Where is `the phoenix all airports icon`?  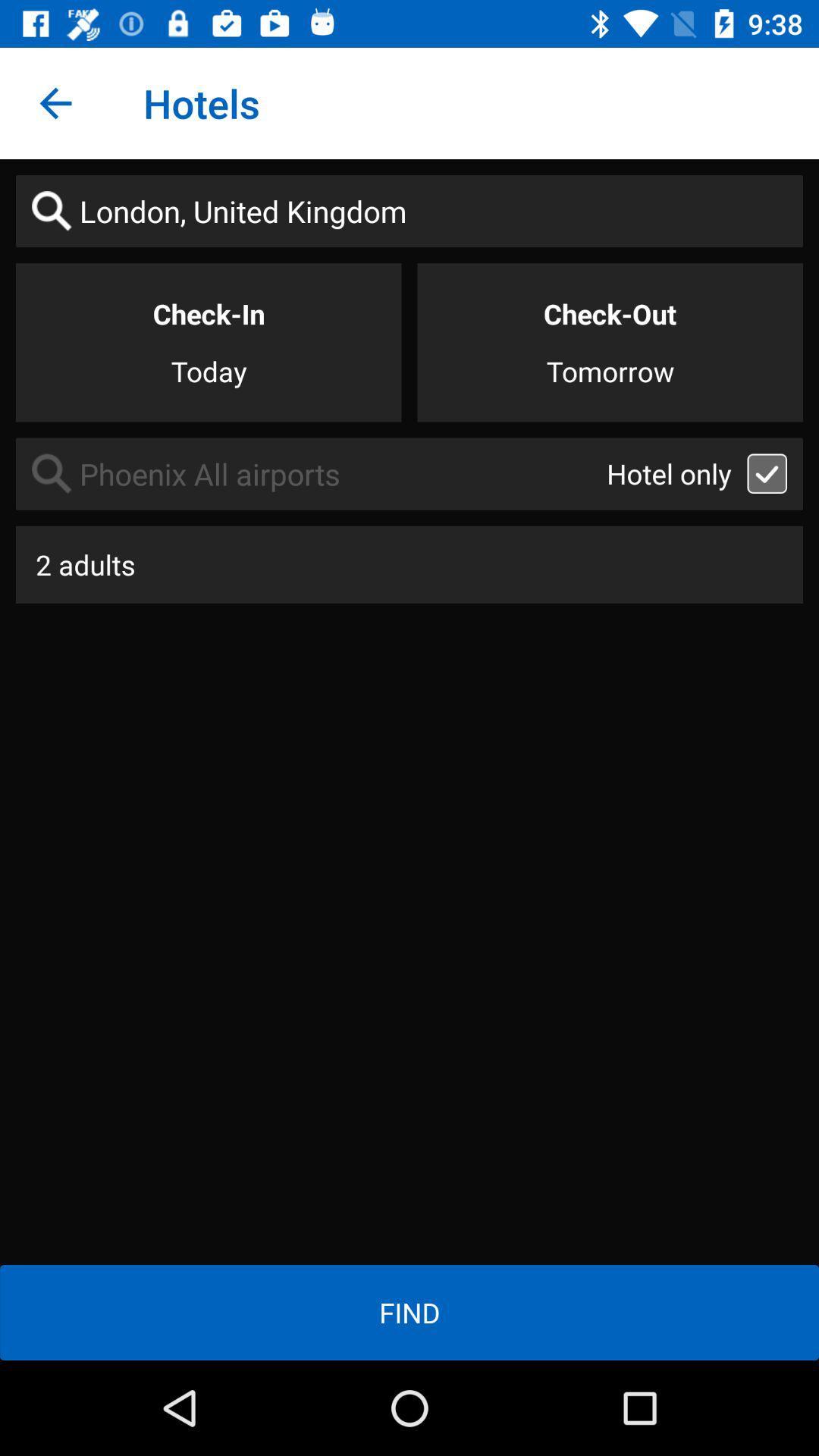 the phoenix all airports icon is located at coordinates (310, 473).